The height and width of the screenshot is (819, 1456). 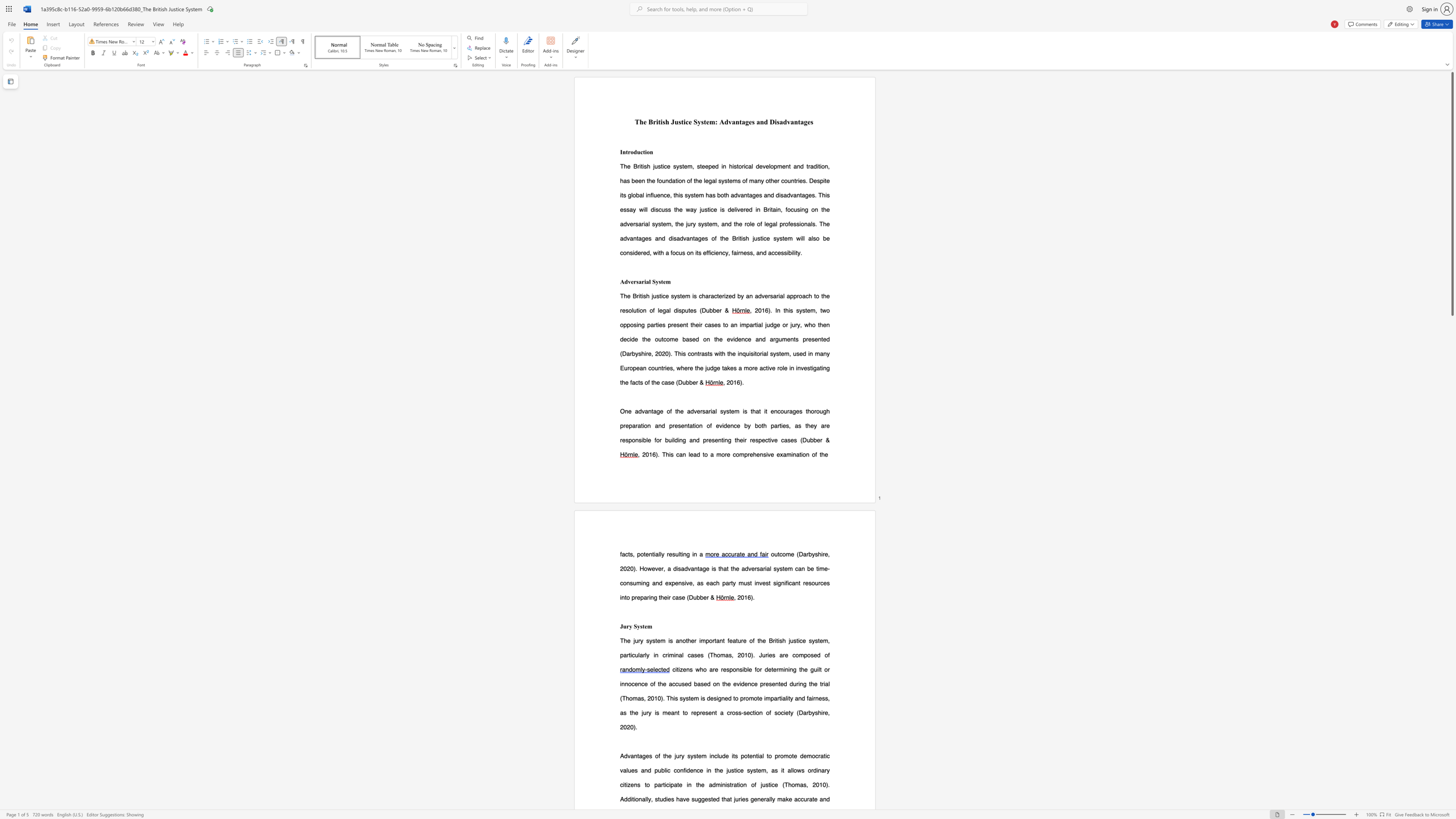 I want to click on the 2th character "e" in the text, so click(x=664, y=281).